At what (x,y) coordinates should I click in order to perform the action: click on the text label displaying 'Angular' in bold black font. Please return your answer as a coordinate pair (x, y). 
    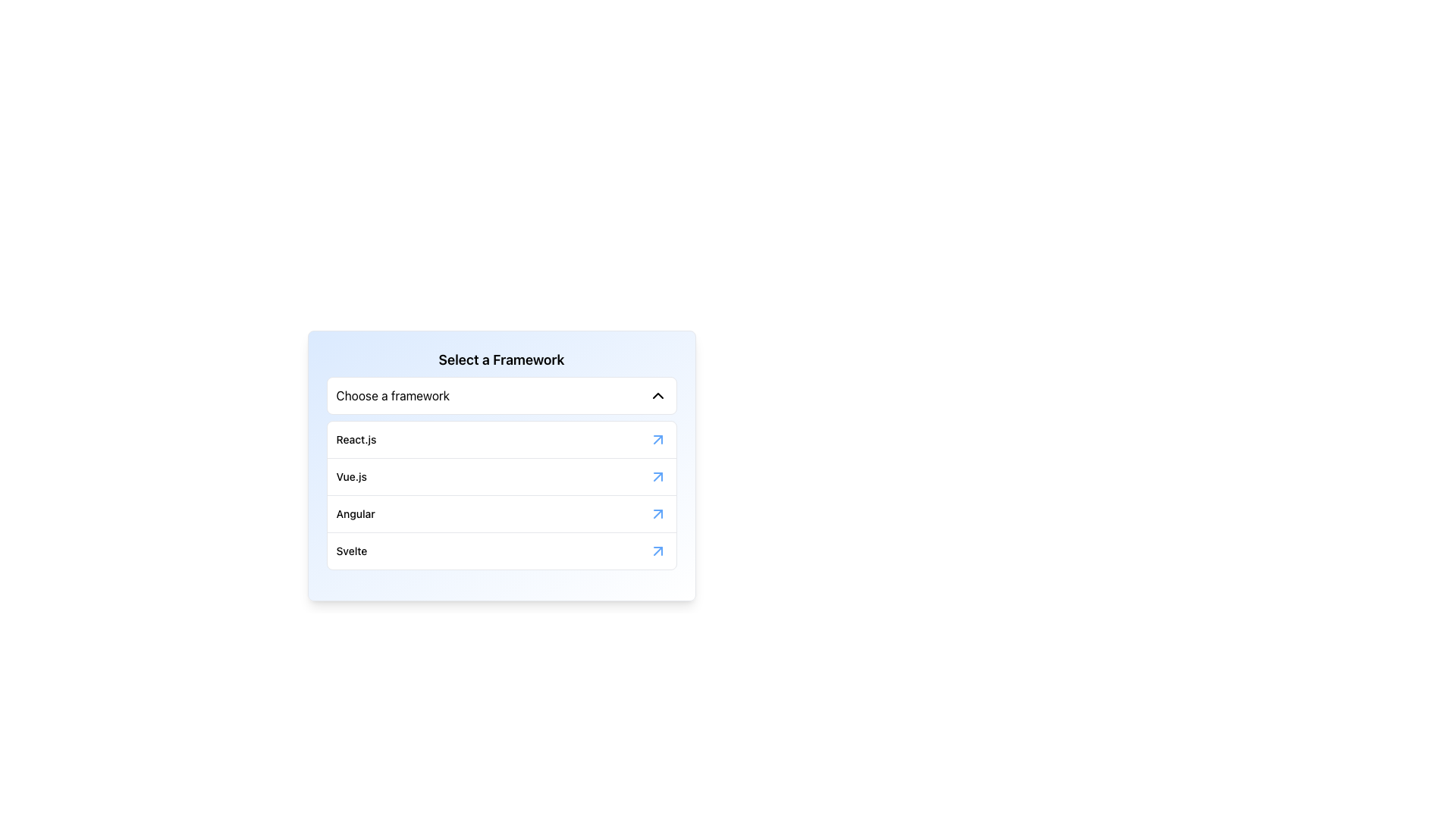
    Looking at the image, I should click on (355, 513).